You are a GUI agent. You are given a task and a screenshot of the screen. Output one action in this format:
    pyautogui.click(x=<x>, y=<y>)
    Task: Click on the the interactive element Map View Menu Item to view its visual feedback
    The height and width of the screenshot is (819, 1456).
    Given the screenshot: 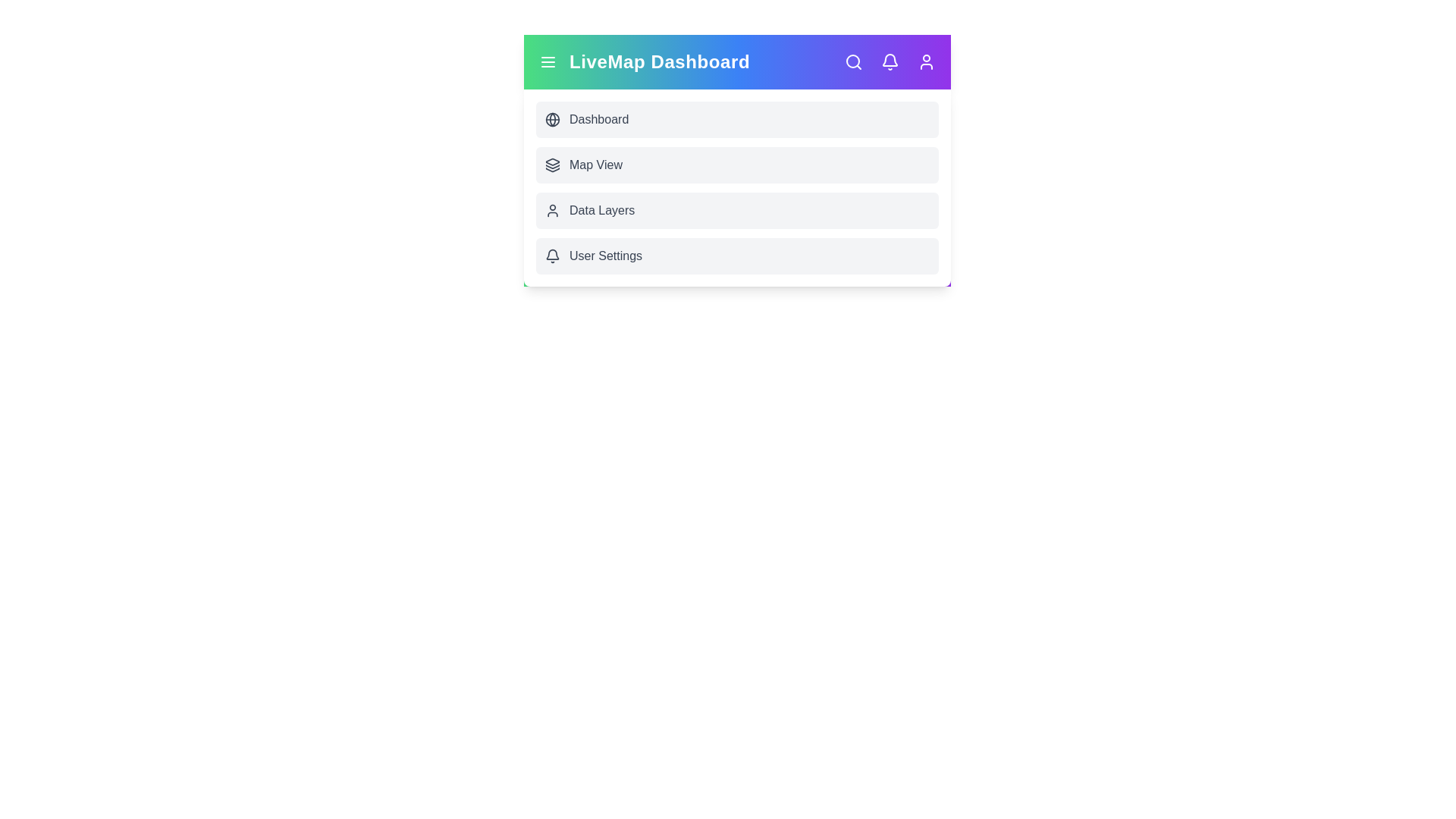 What is the action you would take?
    pyautogui.click(x=737, y=165)
    